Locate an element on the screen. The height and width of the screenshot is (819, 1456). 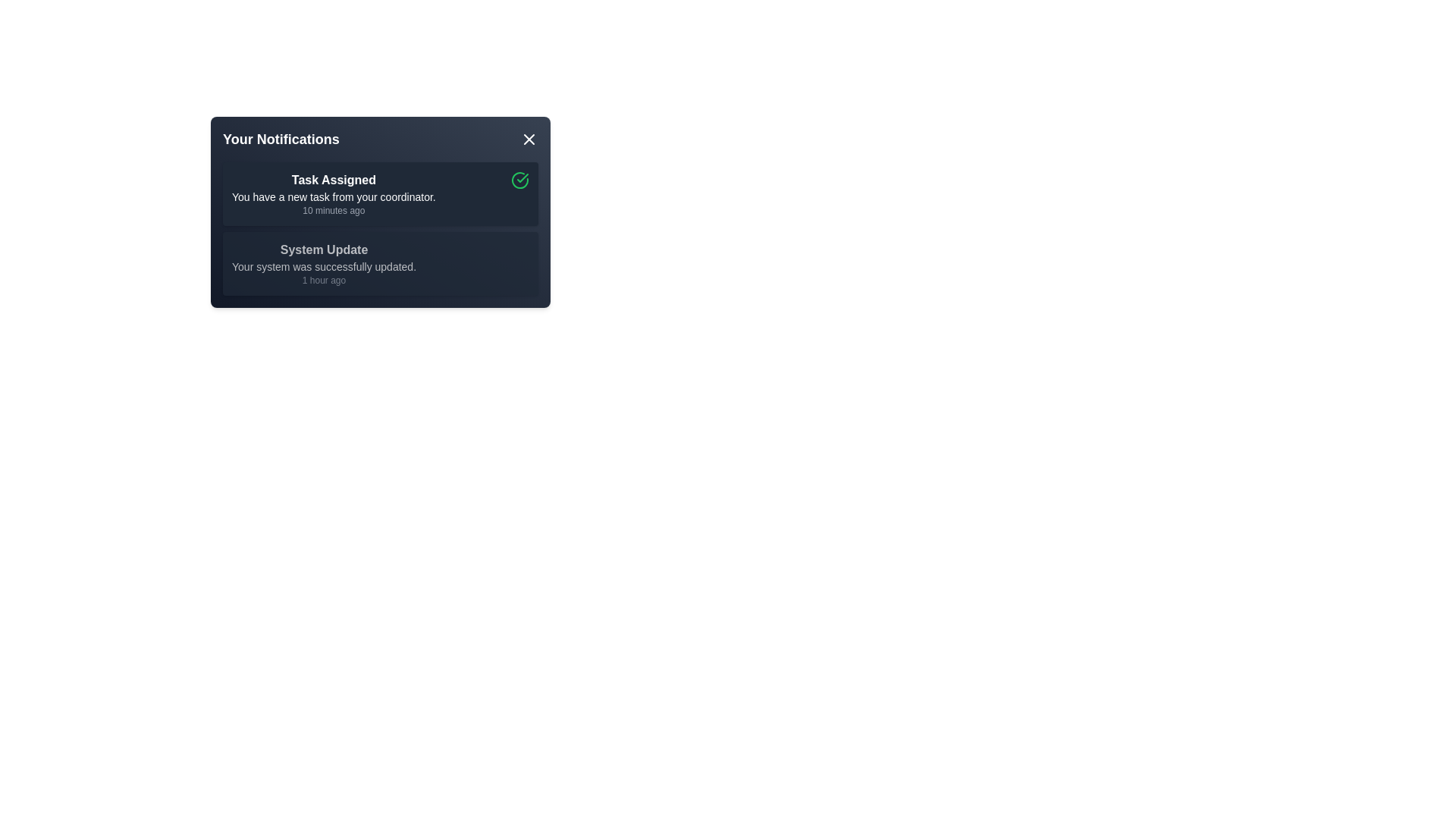
the text label displaying 'Your Notifications' in bold, large white font located at the top-left corner of the notification box is located at coordinates (281, 140).